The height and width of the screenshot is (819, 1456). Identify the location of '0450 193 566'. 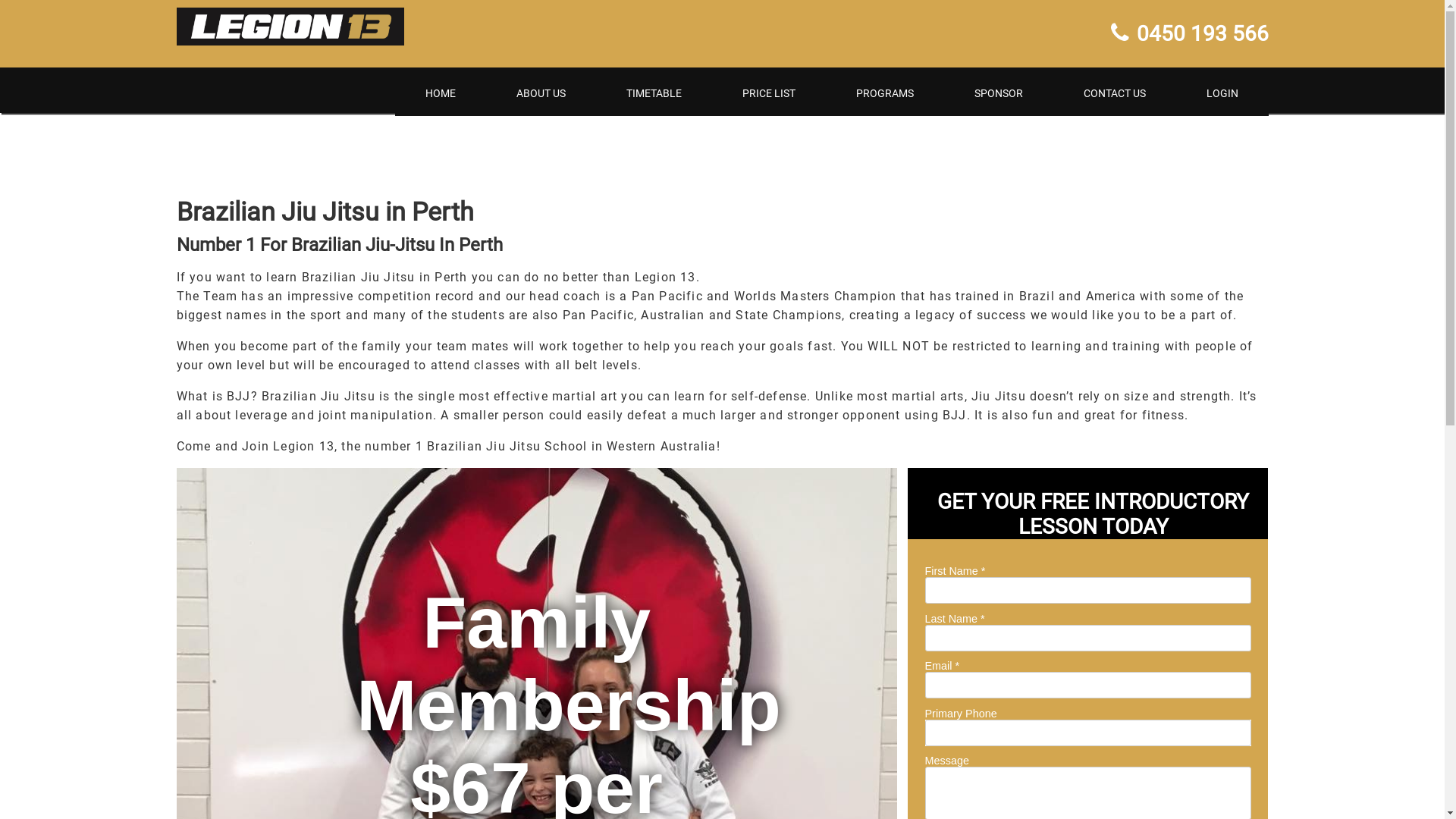
(1188, 33).